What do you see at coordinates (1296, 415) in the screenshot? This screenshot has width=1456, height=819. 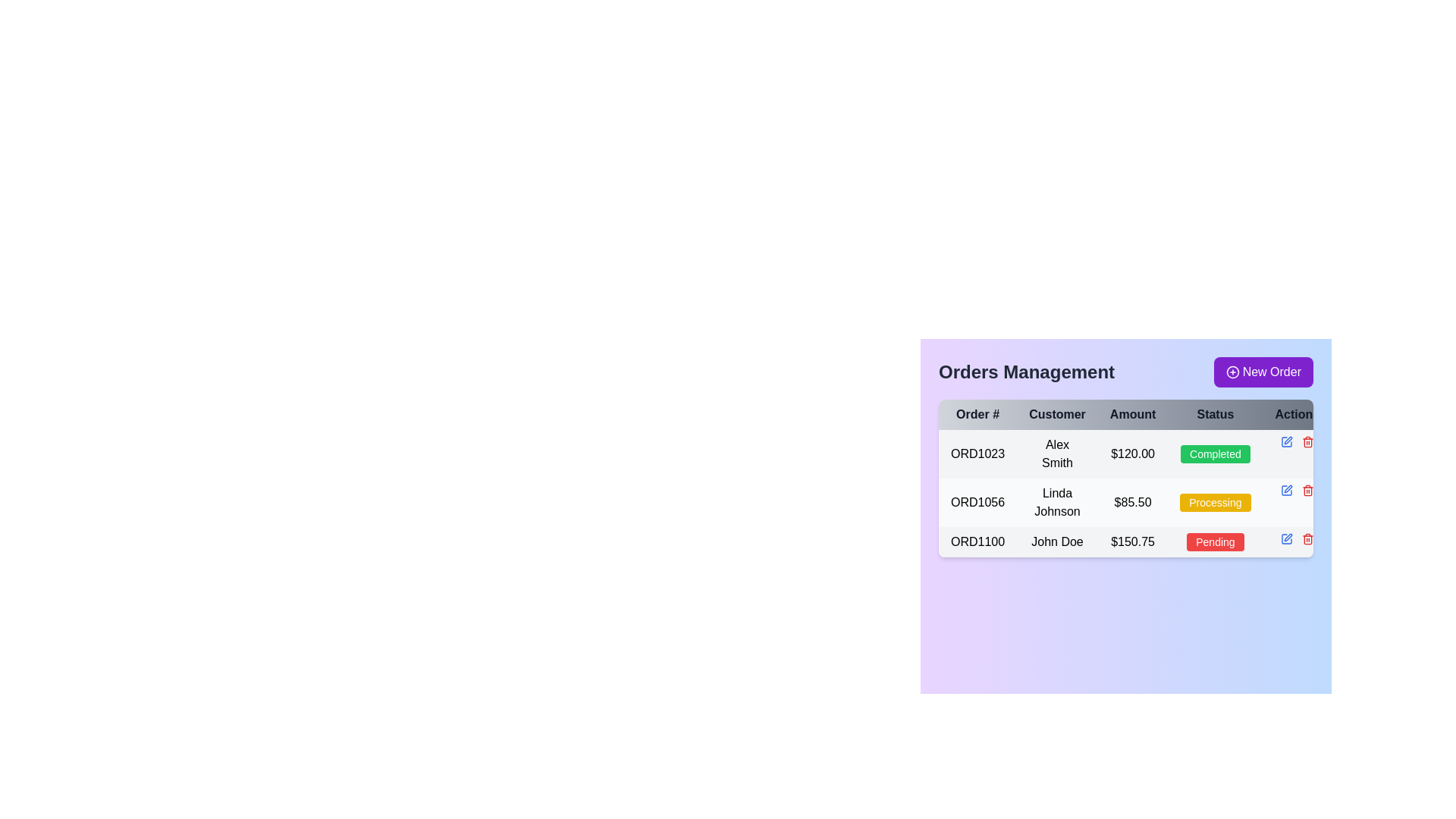 I see `the 'Actions' header element located at the top-right corner of the table, which serves to indicate the actions associated with the rows in the table` at bounding box center [1296, 415].